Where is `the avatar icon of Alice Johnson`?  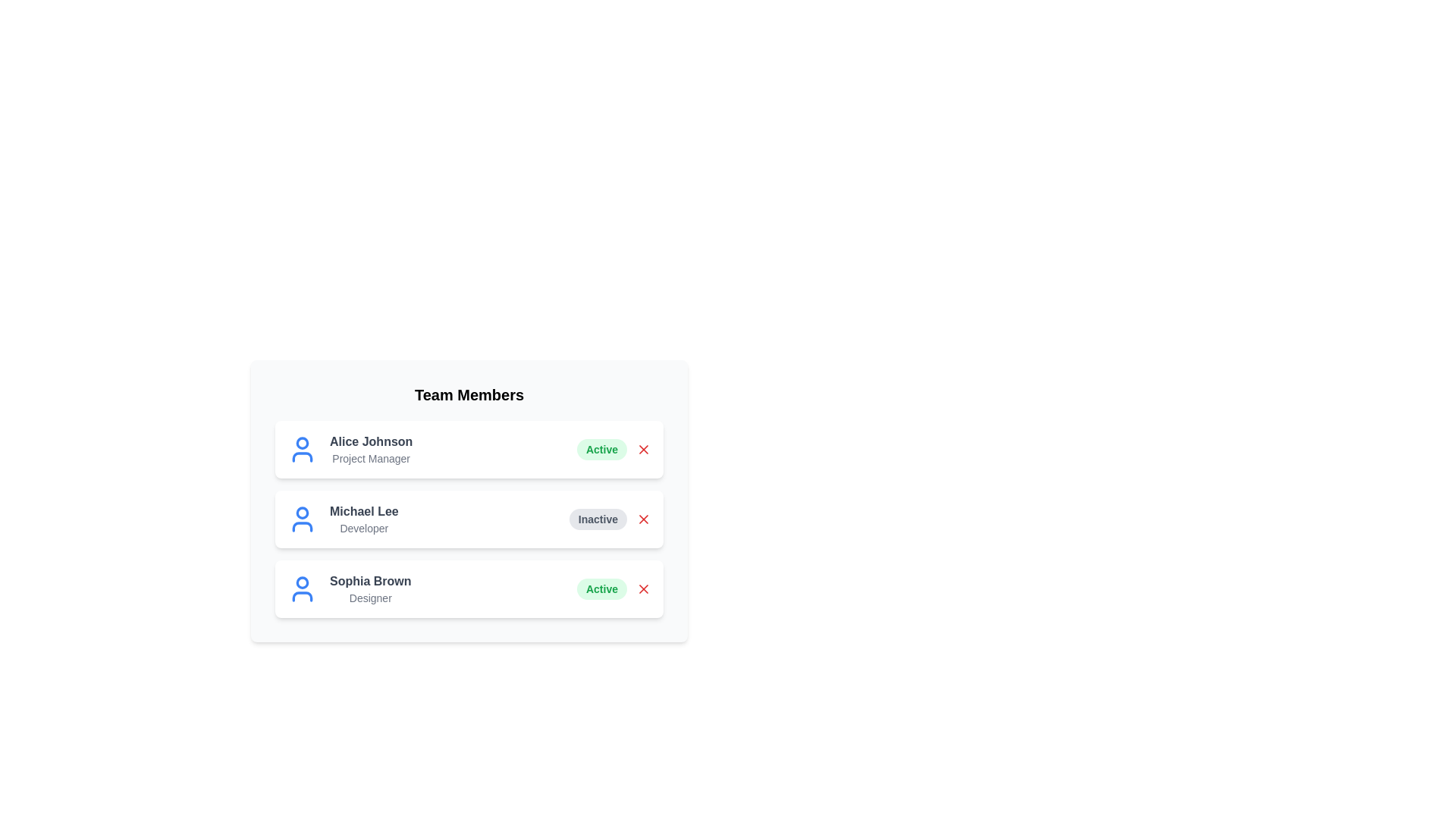
the avatar icon of Alice Johnson is located at coordinates (302, 449).